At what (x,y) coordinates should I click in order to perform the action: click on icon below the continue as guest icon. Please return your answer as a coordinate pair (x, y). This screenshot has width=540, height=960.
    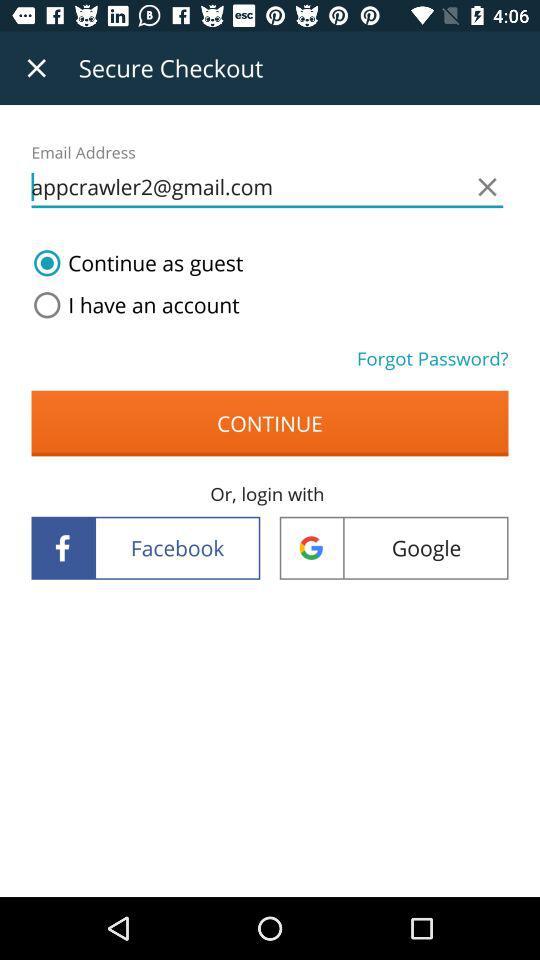
    Looking at the image, I should click on (132, 305).